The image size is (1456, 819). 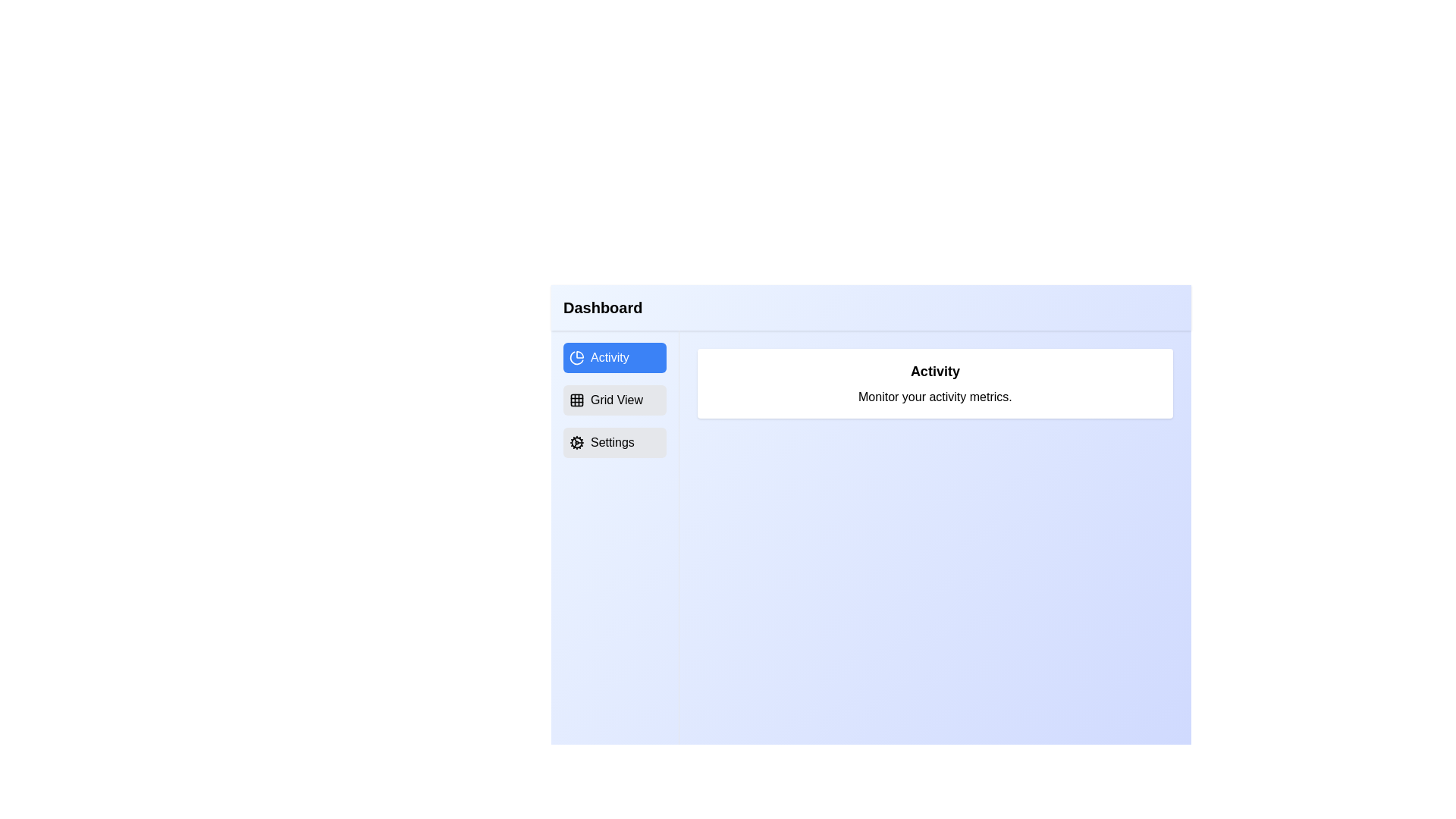 I want to click on the menu item Settings by clicking on it, so click(x=614, y=442).